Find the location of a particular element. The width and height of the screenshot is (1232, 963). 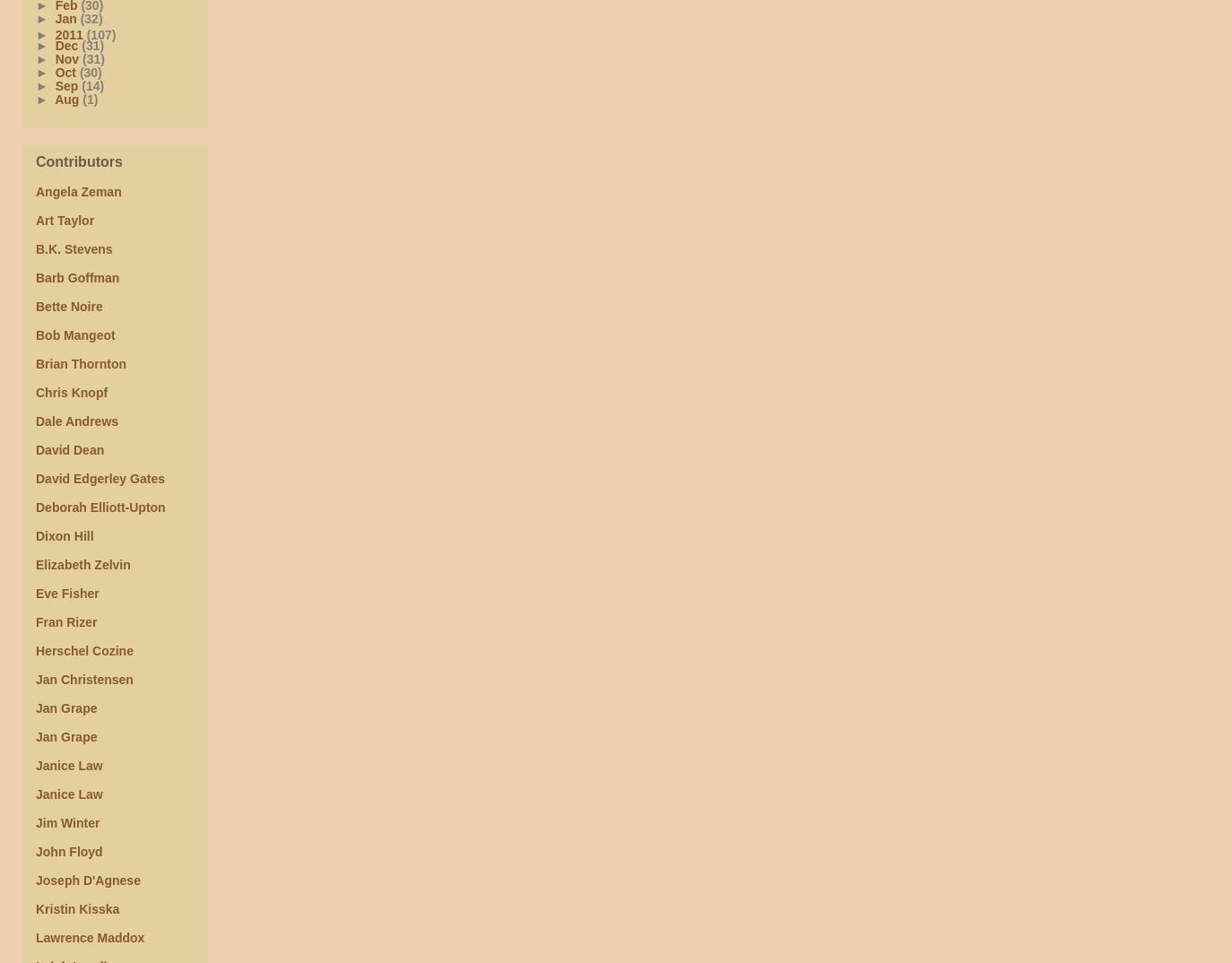

'Fran Rizer' is located at coordinates (65, 621).